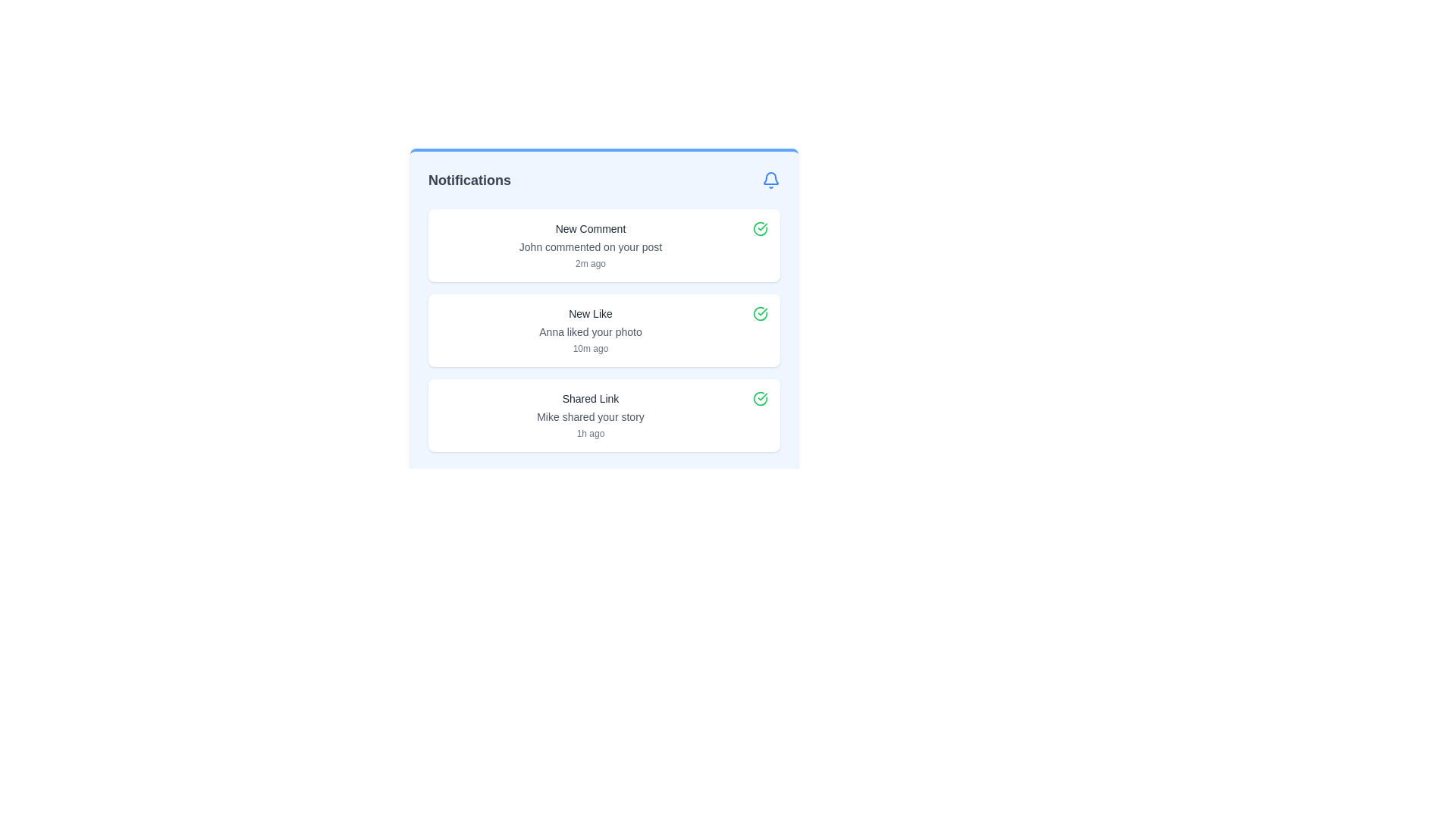  What do you see at coordinates (761, 397) in the screenshot?
I see `the green circular icon with a checkmark inside, located at the bottom-right corner of the 'Shared Link - Mike shared your story - 1h ago' notification card to change its color to darker green` at bounding box center [761, 397].